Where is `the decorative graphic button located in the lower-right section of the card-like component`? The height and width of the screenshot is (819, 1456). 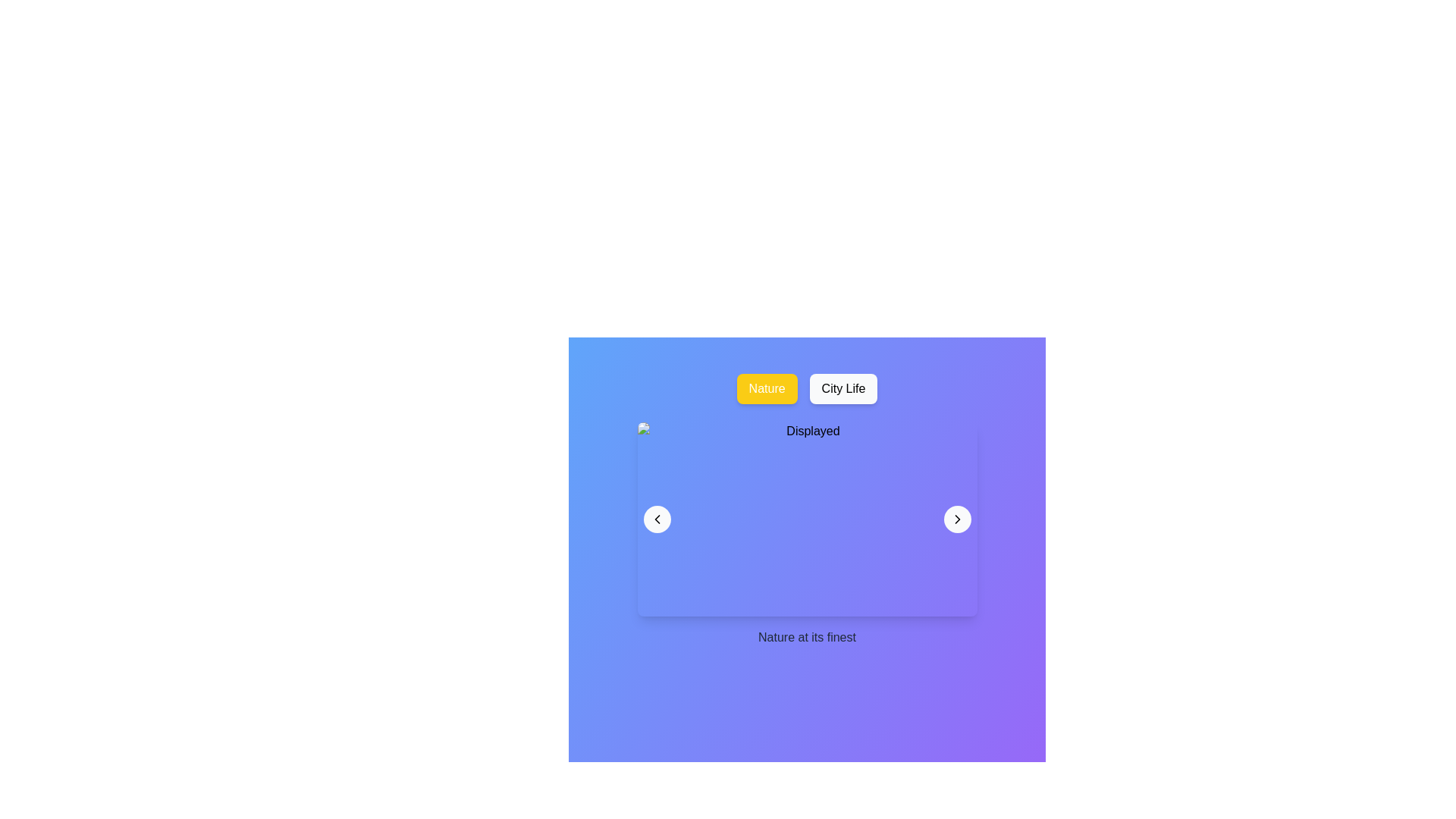 the decorative graphic button located in the lower-right section of the card-like component is located at coordinates (956, 519).